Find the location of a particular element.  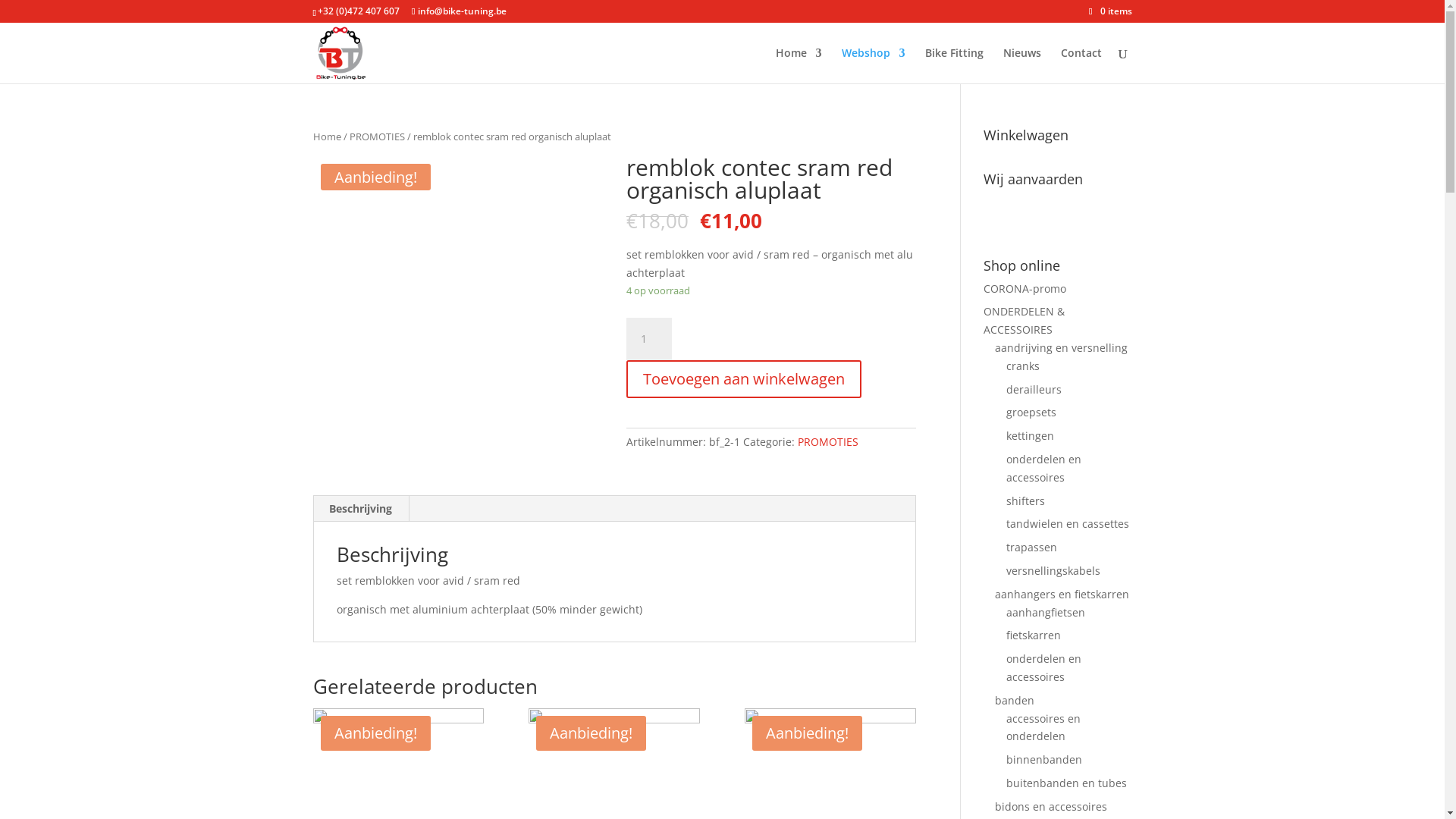

'Bike Fitting' is located at coordinates (953, 64).